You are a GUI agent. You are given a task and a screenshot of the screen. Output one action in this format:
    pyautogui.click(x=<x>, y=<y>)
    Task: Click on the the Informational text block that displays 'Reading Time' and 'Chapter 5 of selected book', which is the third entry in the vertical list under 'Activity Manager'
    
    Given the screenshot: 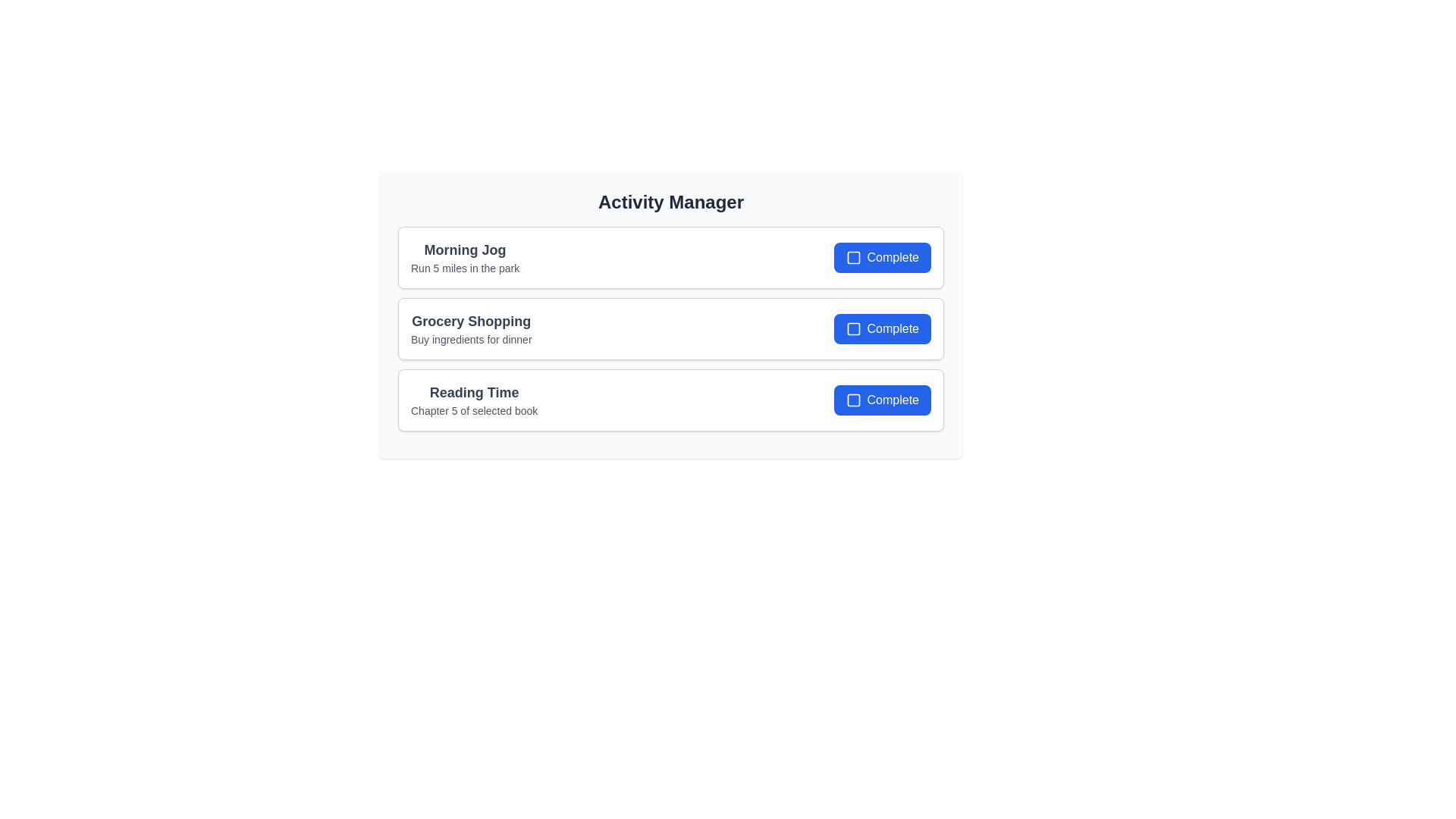 What is the action you would take?
    pyautogui.click(x=473, y=400)
    